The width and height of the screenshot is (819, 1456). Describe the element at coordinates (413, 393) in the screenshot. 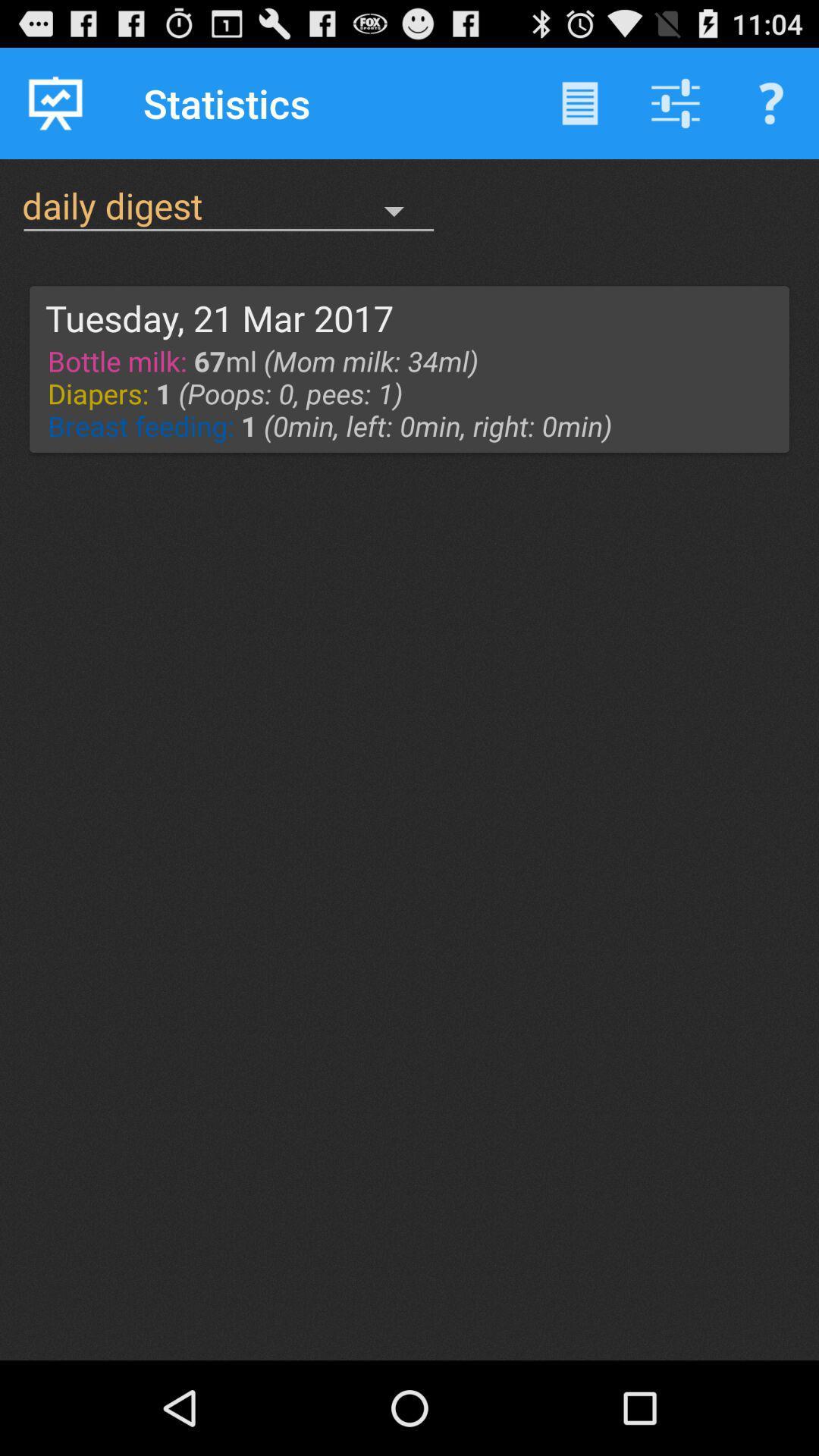

I see `item at the top` at that location.